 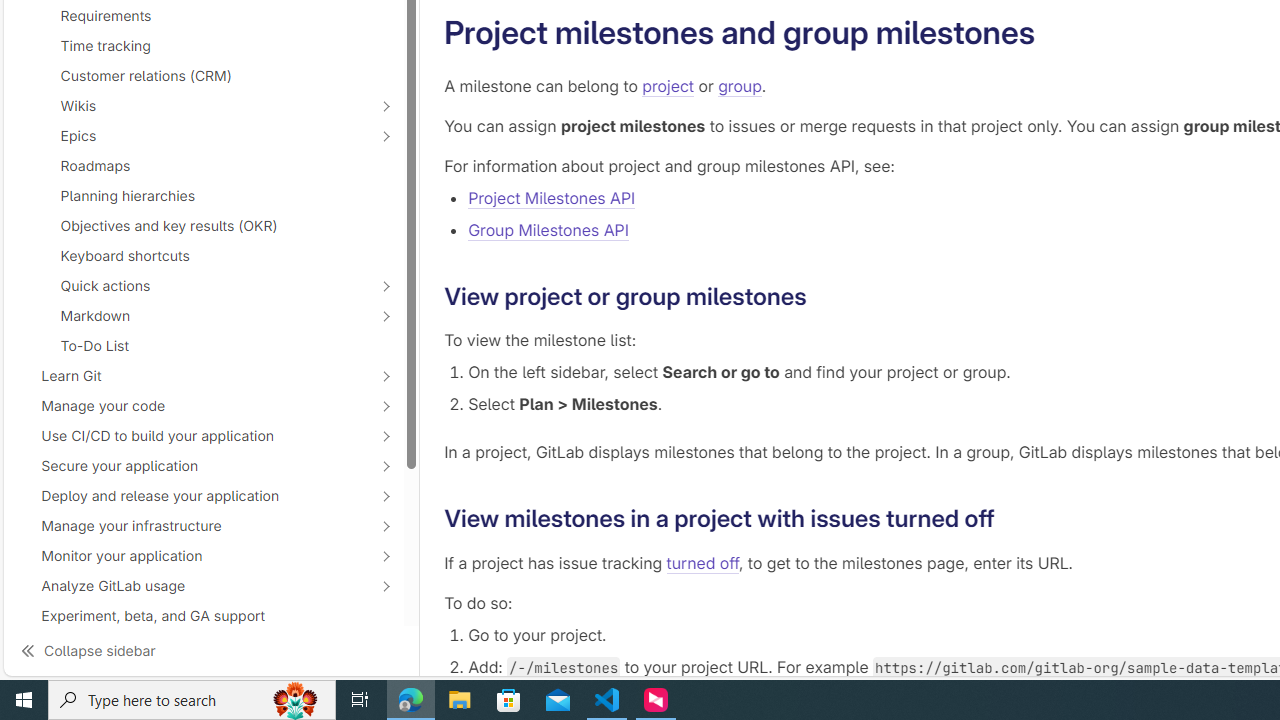 What do you see at coordinates (192, 495) in the screenshot?
I see `'Deploy and release your application'` at bounding box center [192, 495].